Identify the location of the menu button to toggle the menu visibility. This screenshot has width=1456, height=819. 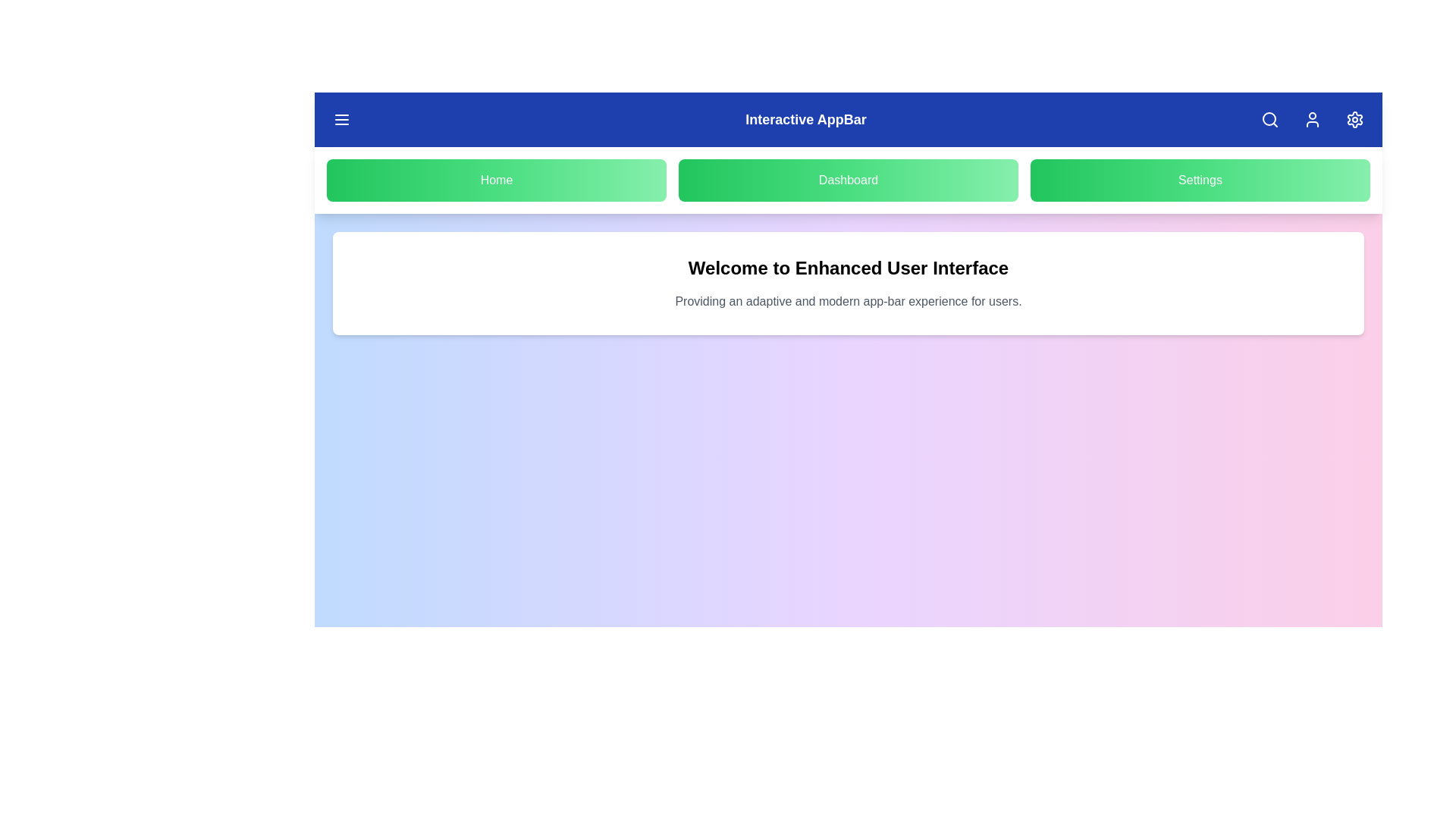
(341, 119).